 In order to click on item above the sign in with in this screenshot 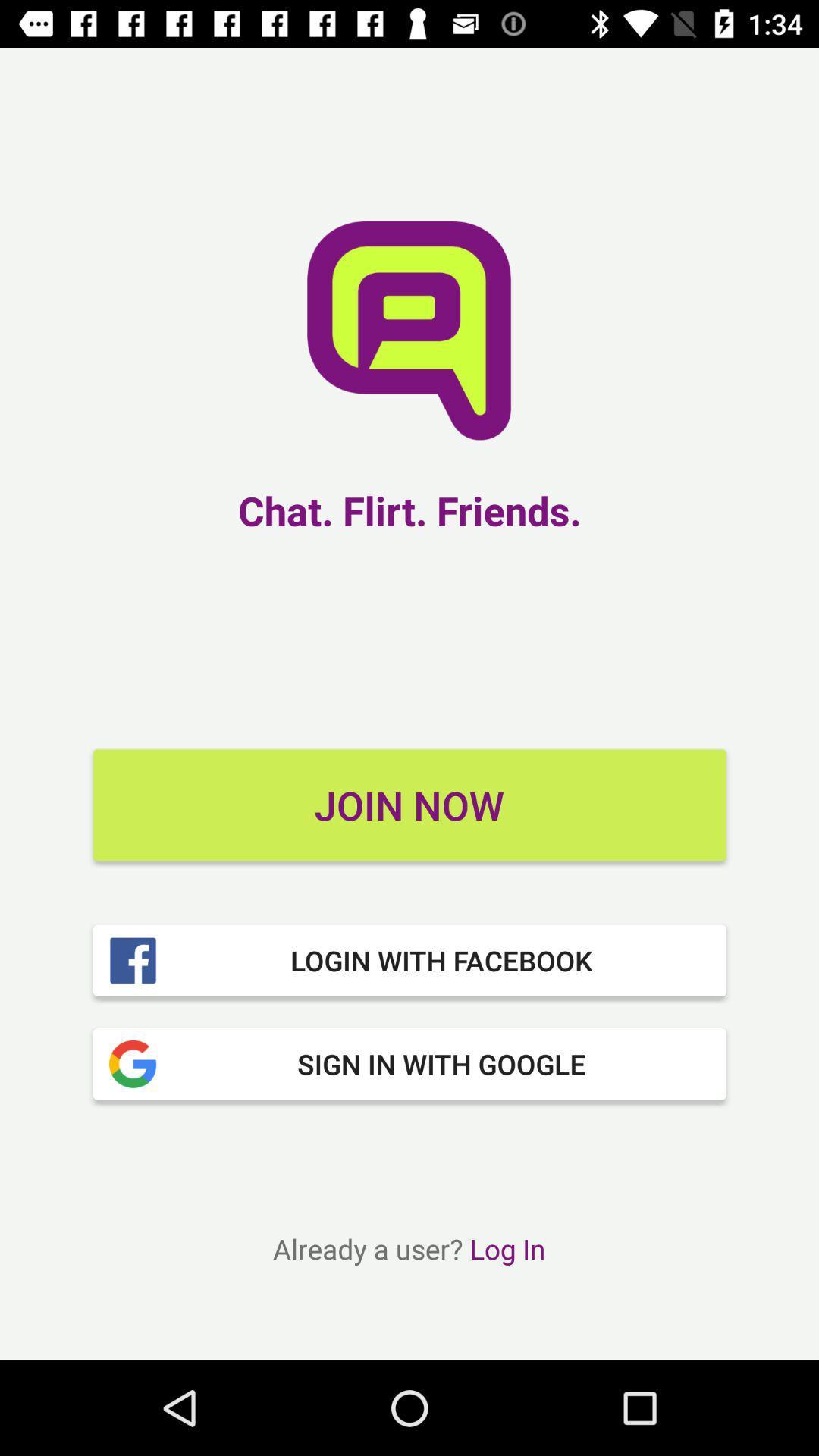, I will do `click(409, 959)`.